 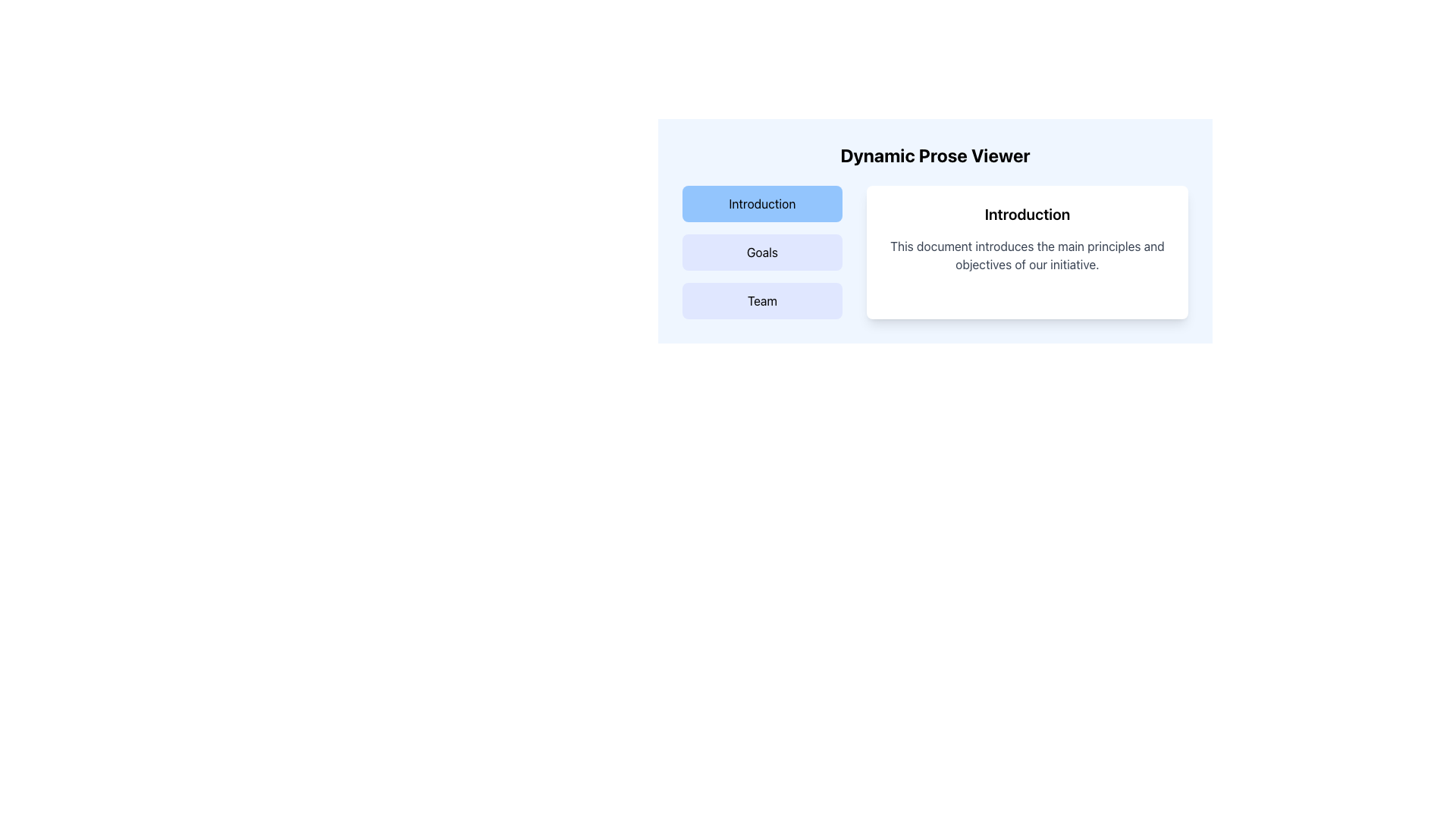 I want to click on the 'Goals' button, which is a rectangular button with a light indigo background and rounded corners, located below the 'Introduction' button in a vertical stack, so click(x=762, y=251).